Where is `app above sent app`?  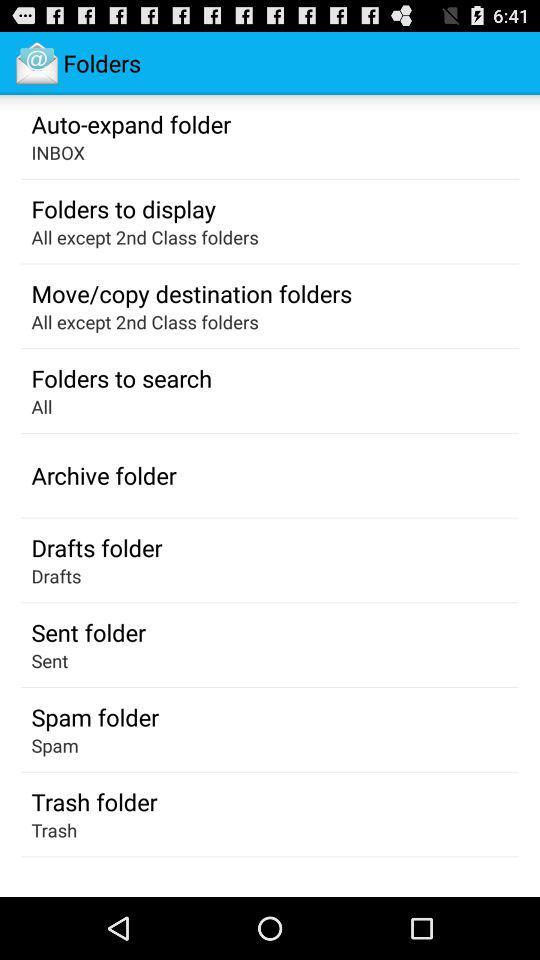 app above sent app is located at coordinates (87, 631).